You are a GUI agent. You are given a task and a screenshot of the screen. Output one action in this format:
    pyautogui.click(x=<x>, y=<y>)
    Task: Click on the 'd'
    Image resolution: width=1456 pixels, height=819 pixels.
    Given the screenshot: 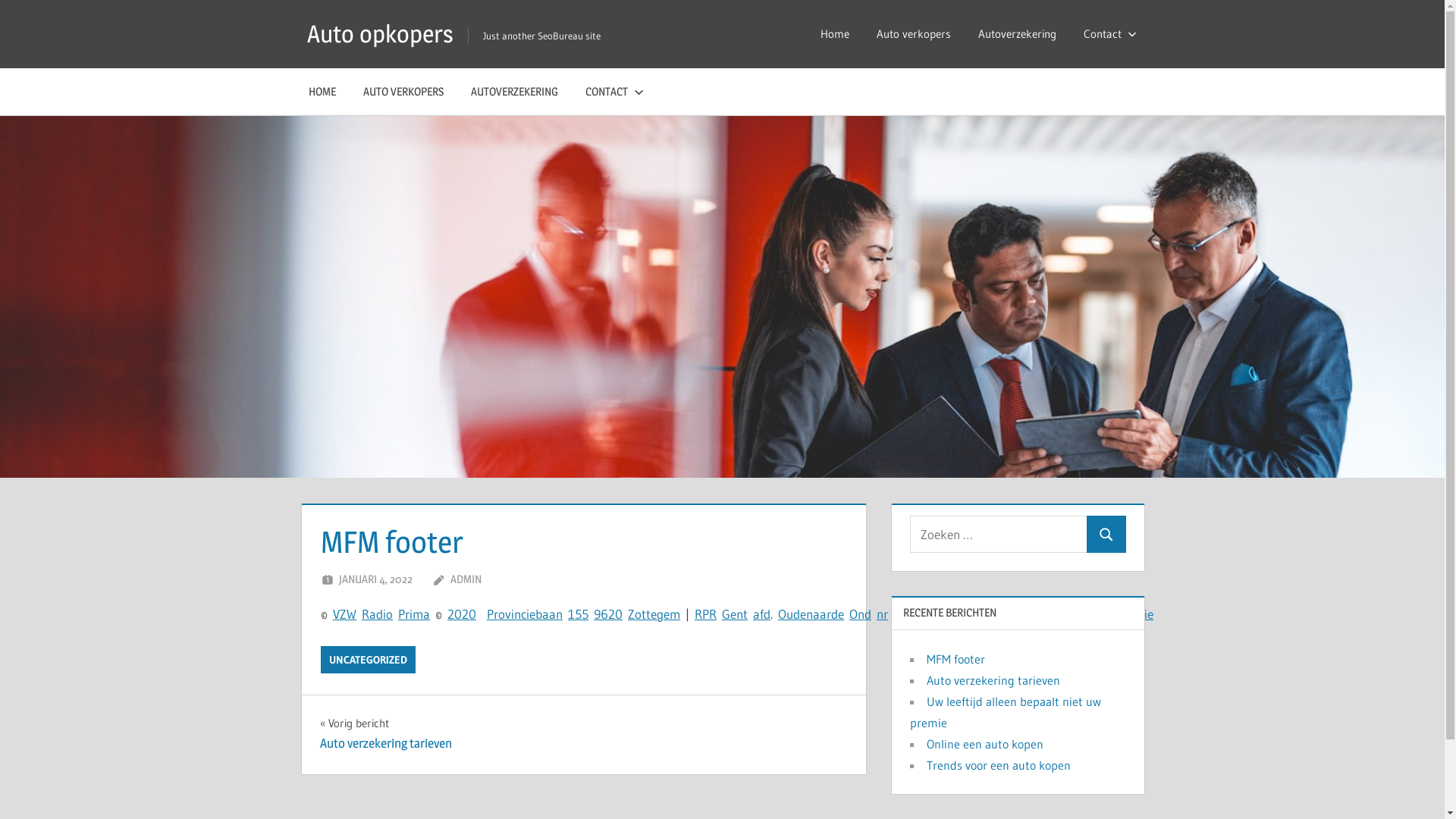 What is the action you would take?
    pyautogui.click(x=767, y=613)
    